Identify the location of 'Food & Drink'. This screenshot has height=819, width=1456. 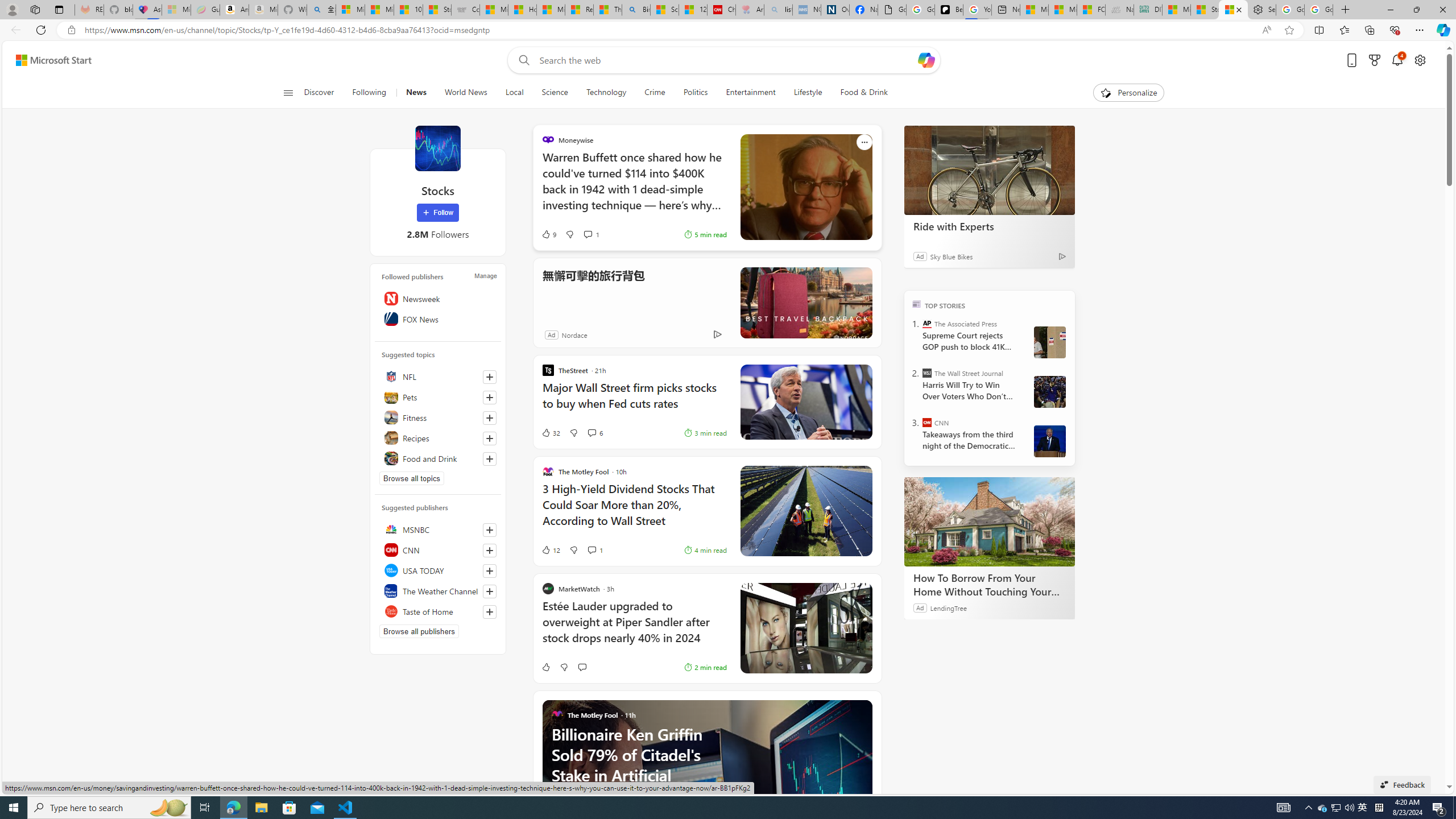
(864, 92).